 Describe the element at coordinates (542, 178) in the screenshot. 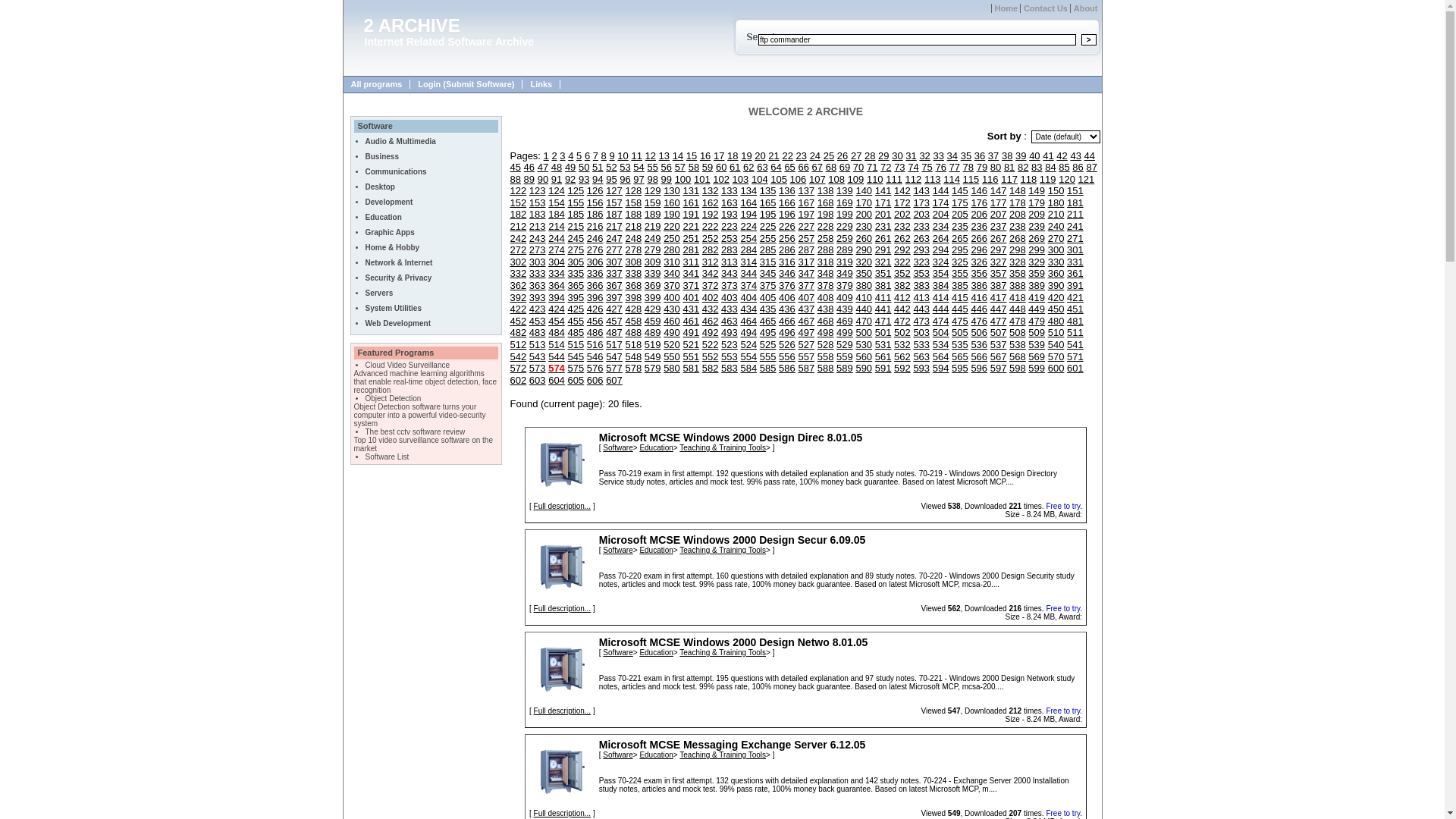

I see `'90'` at that location.